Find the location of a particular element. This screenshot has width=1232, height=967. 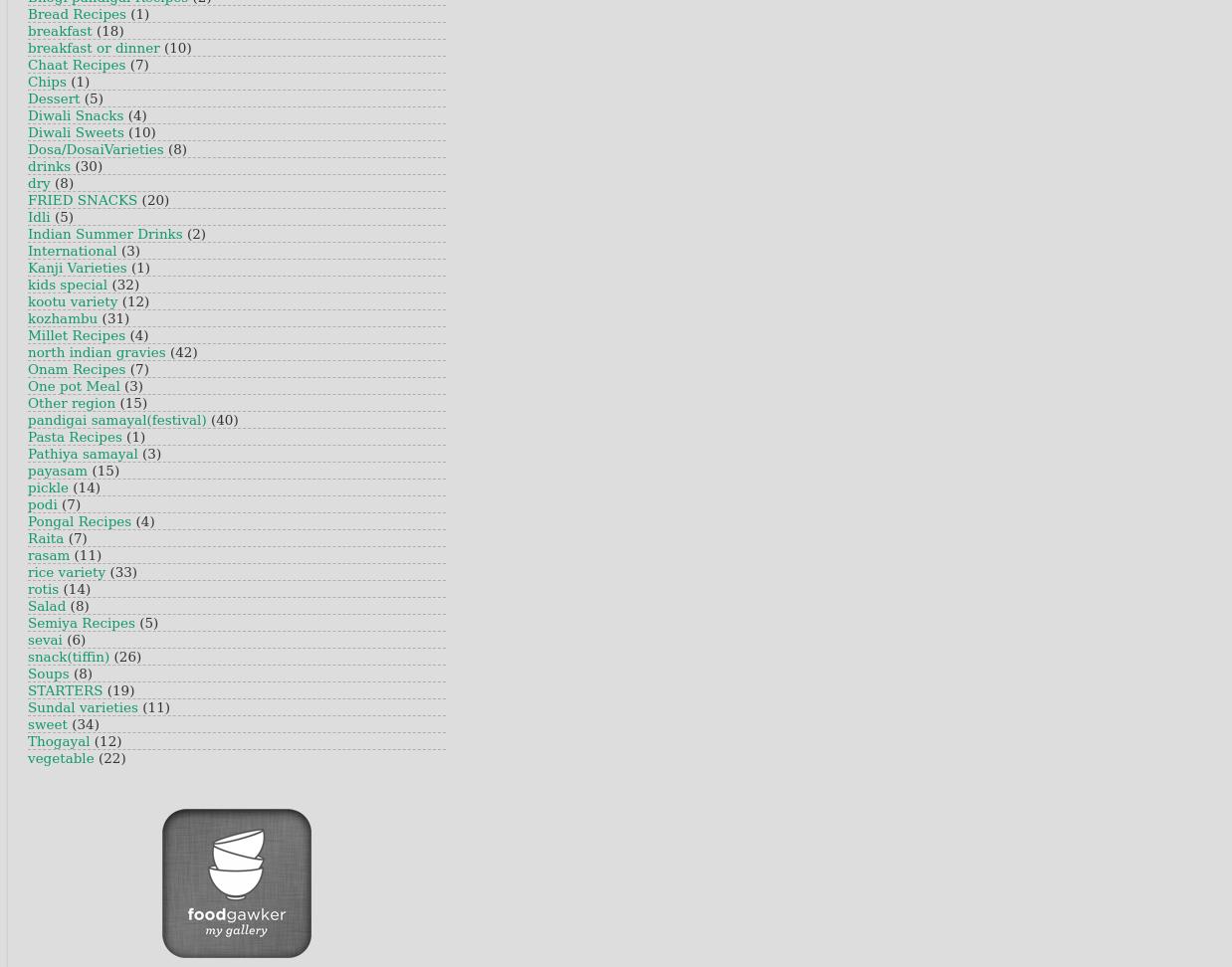

'(40)' is located at coordinates (208, 420).